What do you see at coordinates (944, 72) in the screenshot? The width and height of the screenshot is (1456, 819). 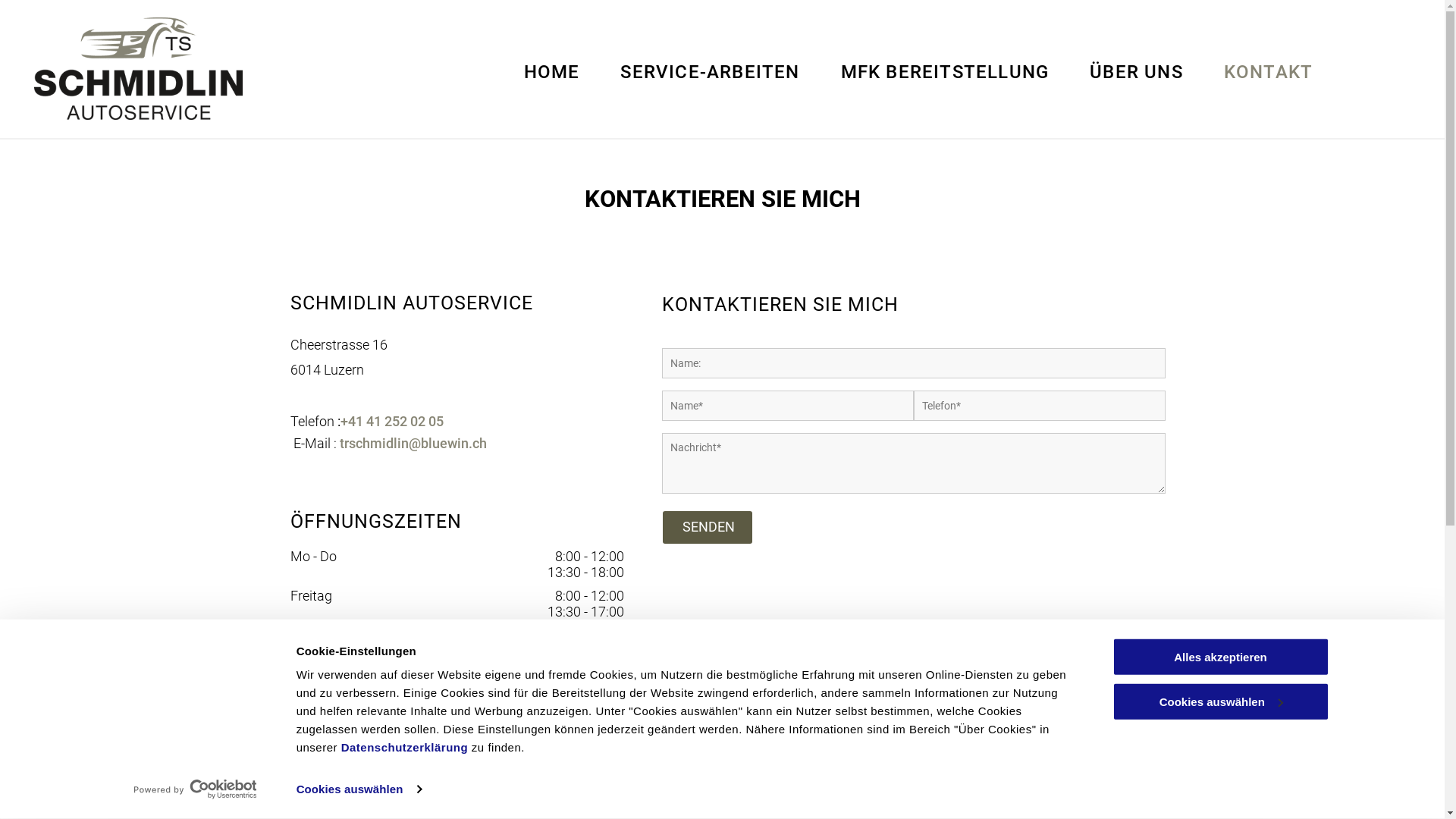 I see `'MFK BEREITSTELLUNG'` at bounding box center [944, 72].